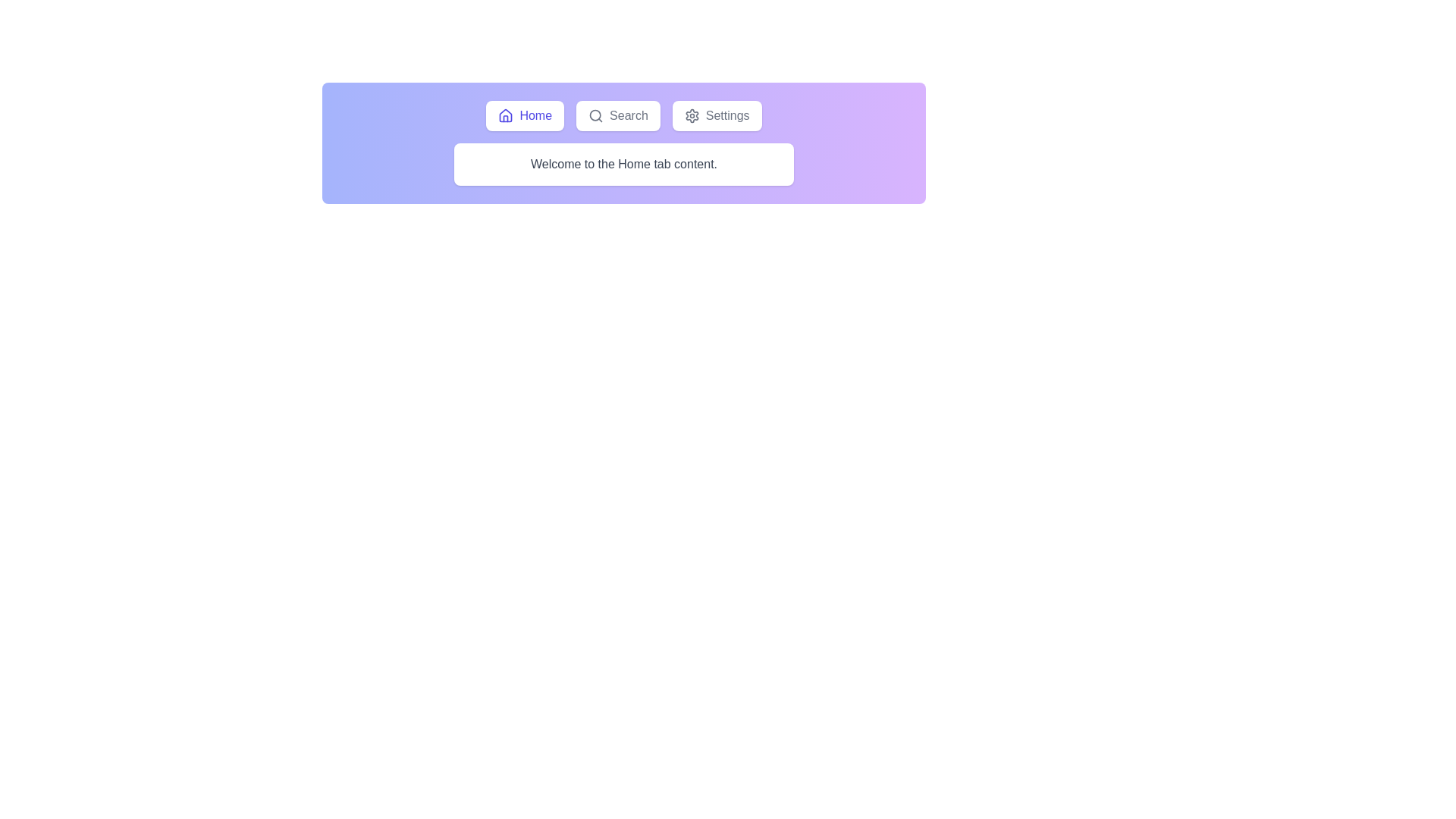 The width and height of the screenshot is (1456, 819). Describe the element at coordinates (623, 115) in the screenshot. I see `the navigation bar button group located at the top area above the 'Welcome to the Home tab content' text box` at that location.